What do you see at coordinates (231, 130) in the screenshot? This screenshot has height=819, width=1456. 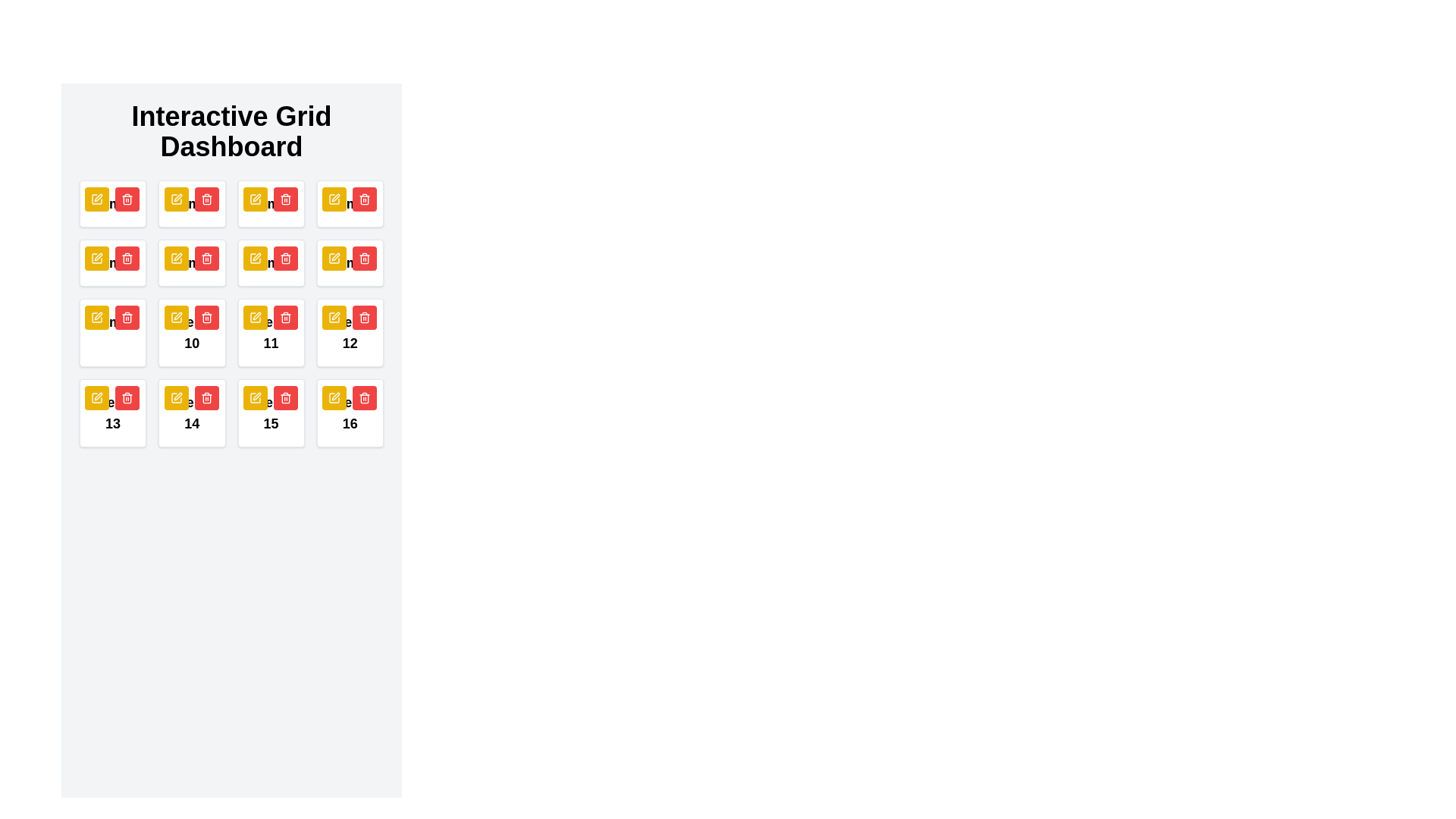 I see `the large, bold text label reading 'Interactive Grid Dashboard' located at the top center of the layout` at bounding box center [231, 130].